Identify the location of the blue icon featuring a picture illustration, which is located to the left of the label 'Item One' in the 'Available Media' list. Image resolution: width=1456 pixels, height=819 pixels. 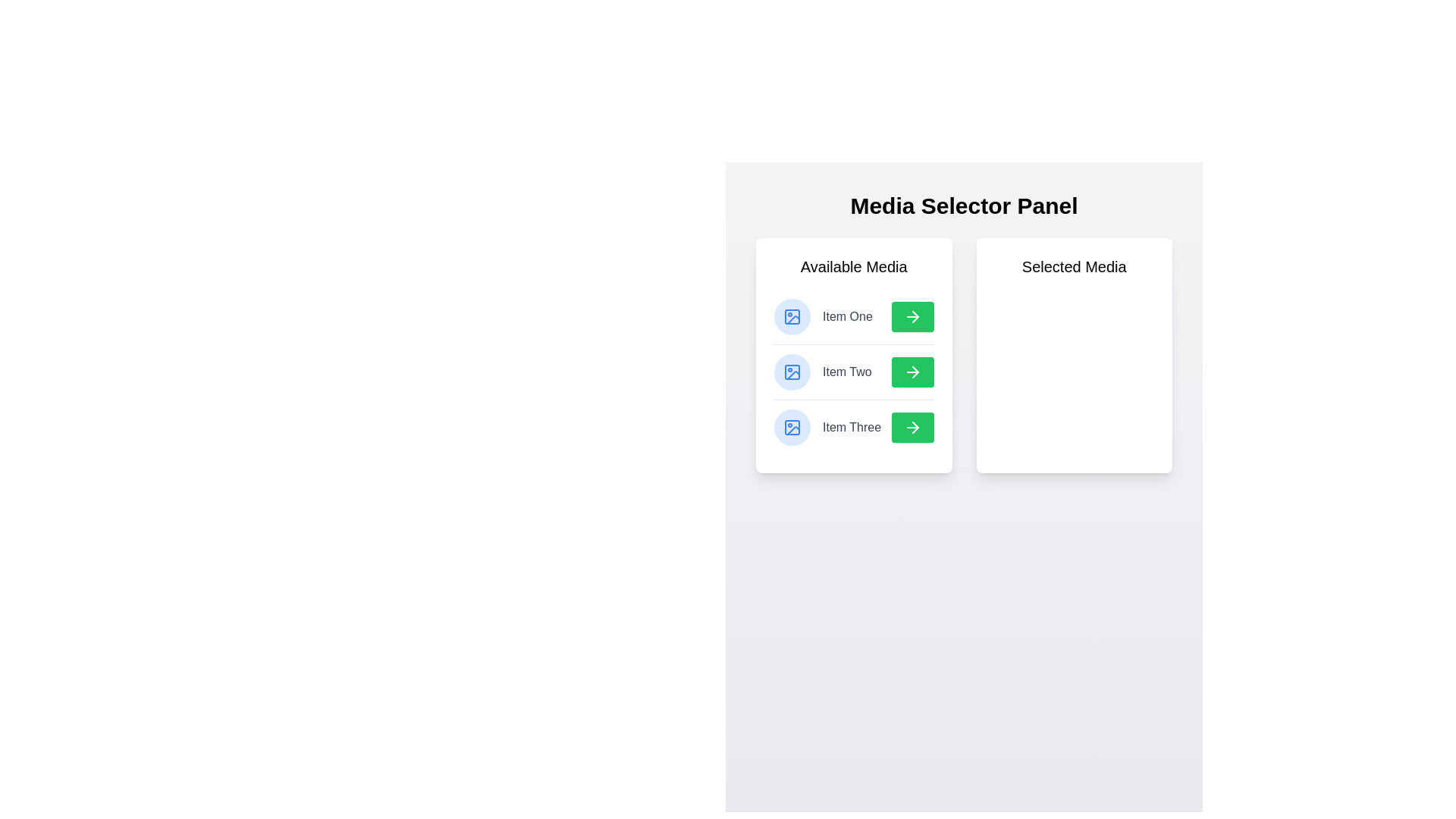
(792, 315).